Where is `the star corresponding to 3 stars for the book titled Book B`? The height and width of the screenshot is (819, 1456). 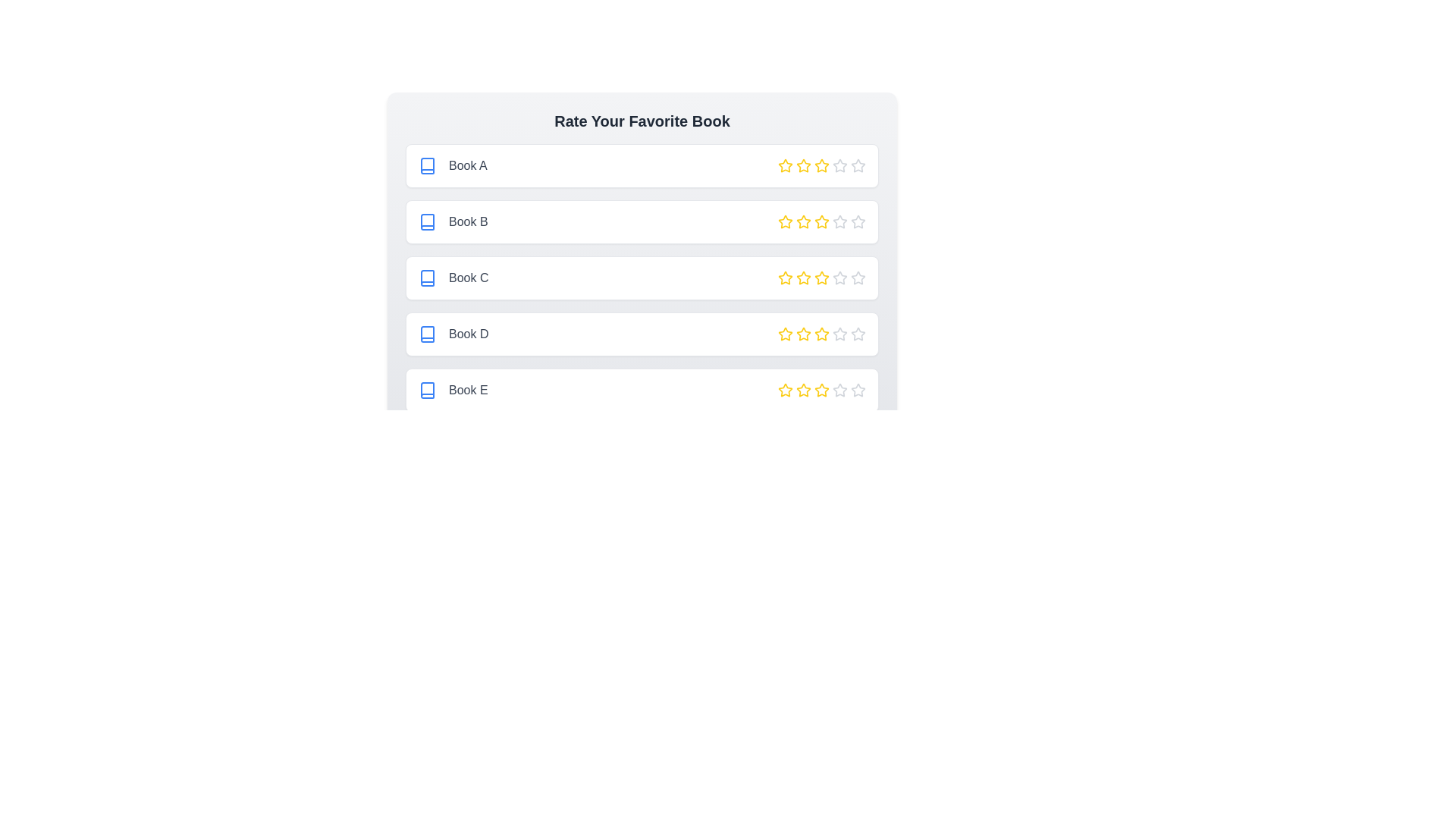
the star corresponding to 3 stars for the book titled Book B is located at coordinates (821, 222).